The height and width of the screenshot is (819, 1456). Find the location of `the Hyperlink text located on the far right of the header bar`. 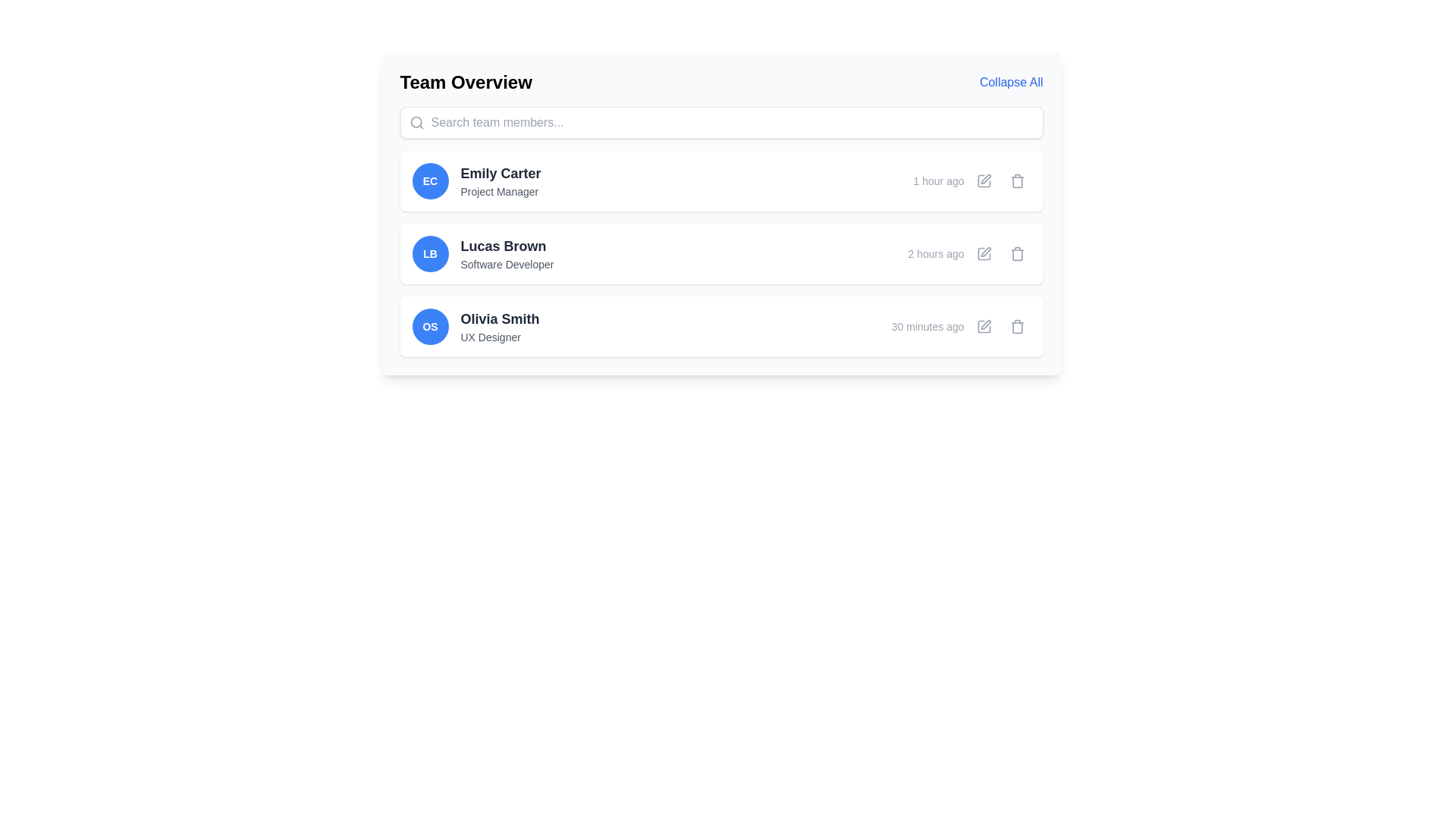

the Hyperlink text located on the far right of the header bar is located at coordinates (1011, 82).